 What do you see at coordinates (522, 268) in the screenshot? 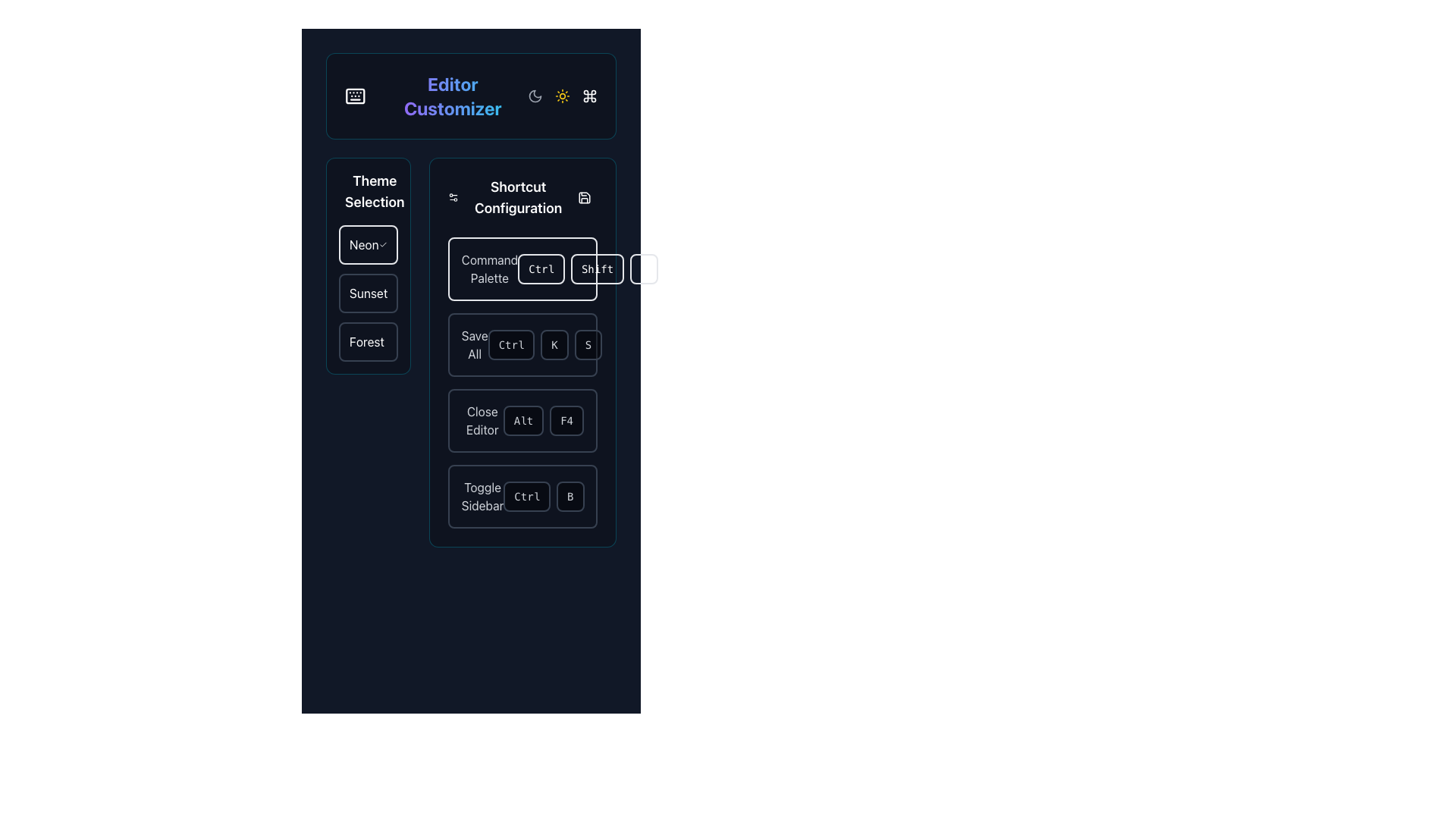
I see `the role of the 'Ctrl' key` at bounding box center [522, 268].